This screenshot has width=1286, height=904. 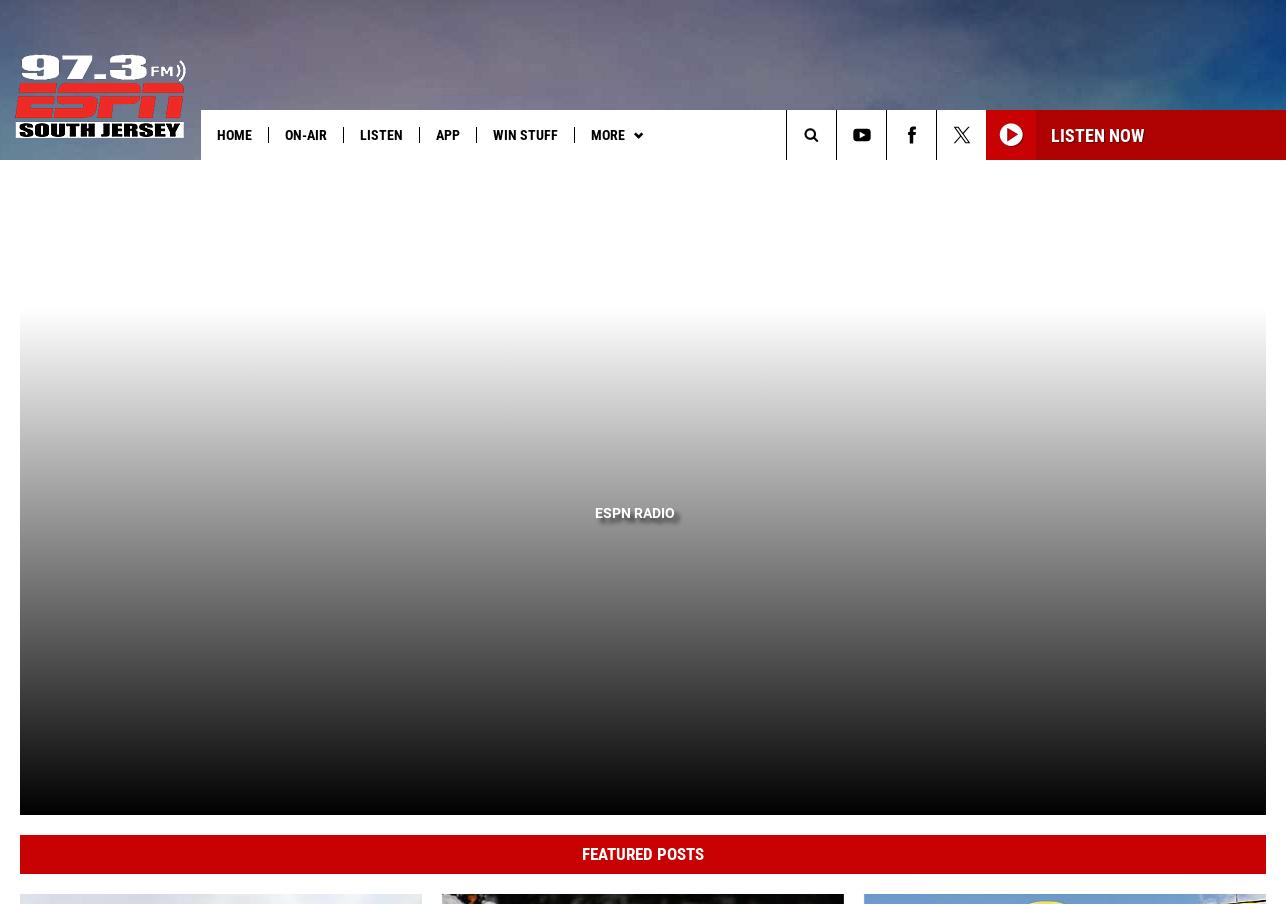 I want to click on 'South Jersey Sports', so click(x=526, y=176).